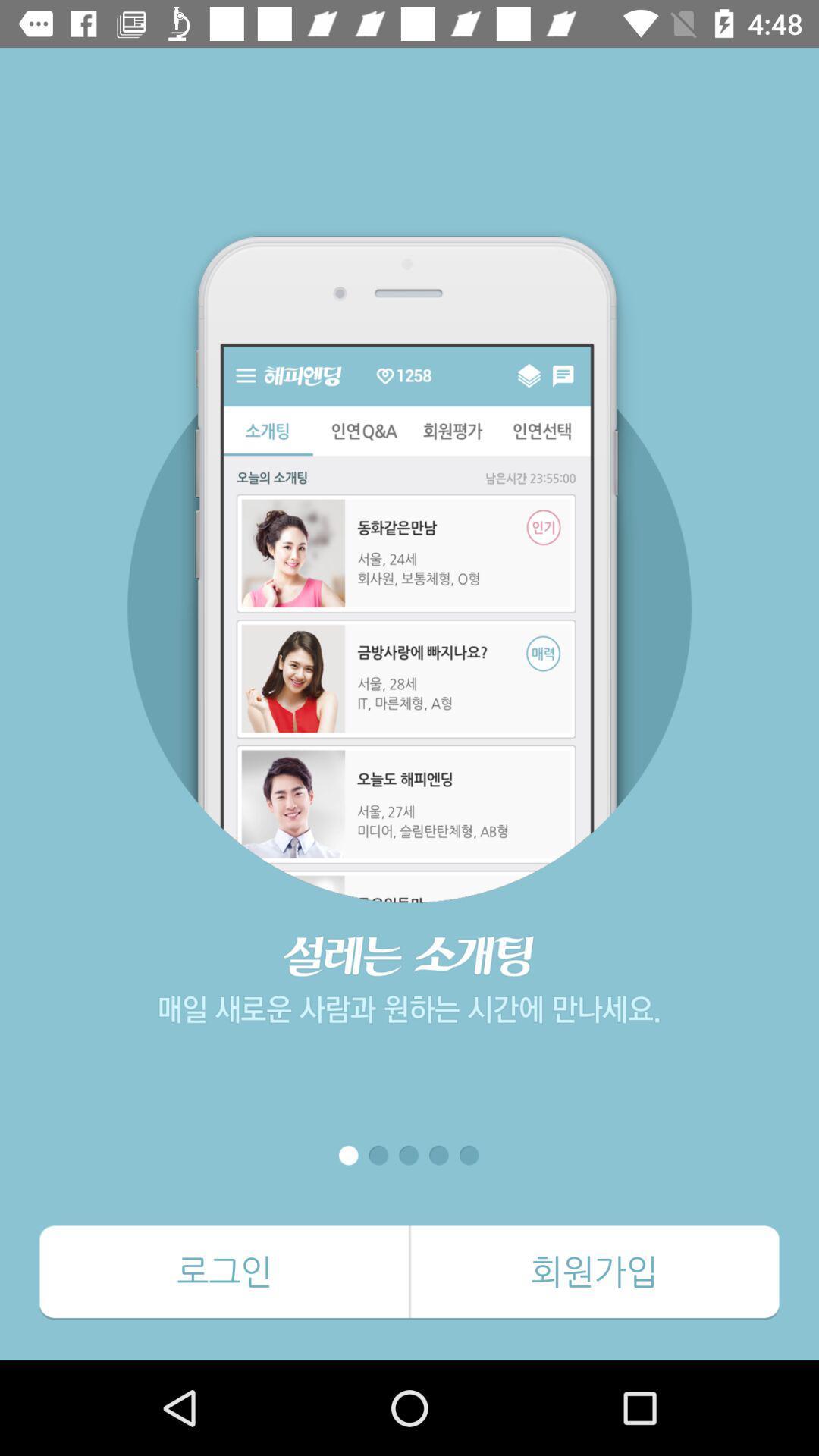  Describe the element at coordinates (593, 1272) in the screenshot. I see `the icon at the bottom right corner` at that location.